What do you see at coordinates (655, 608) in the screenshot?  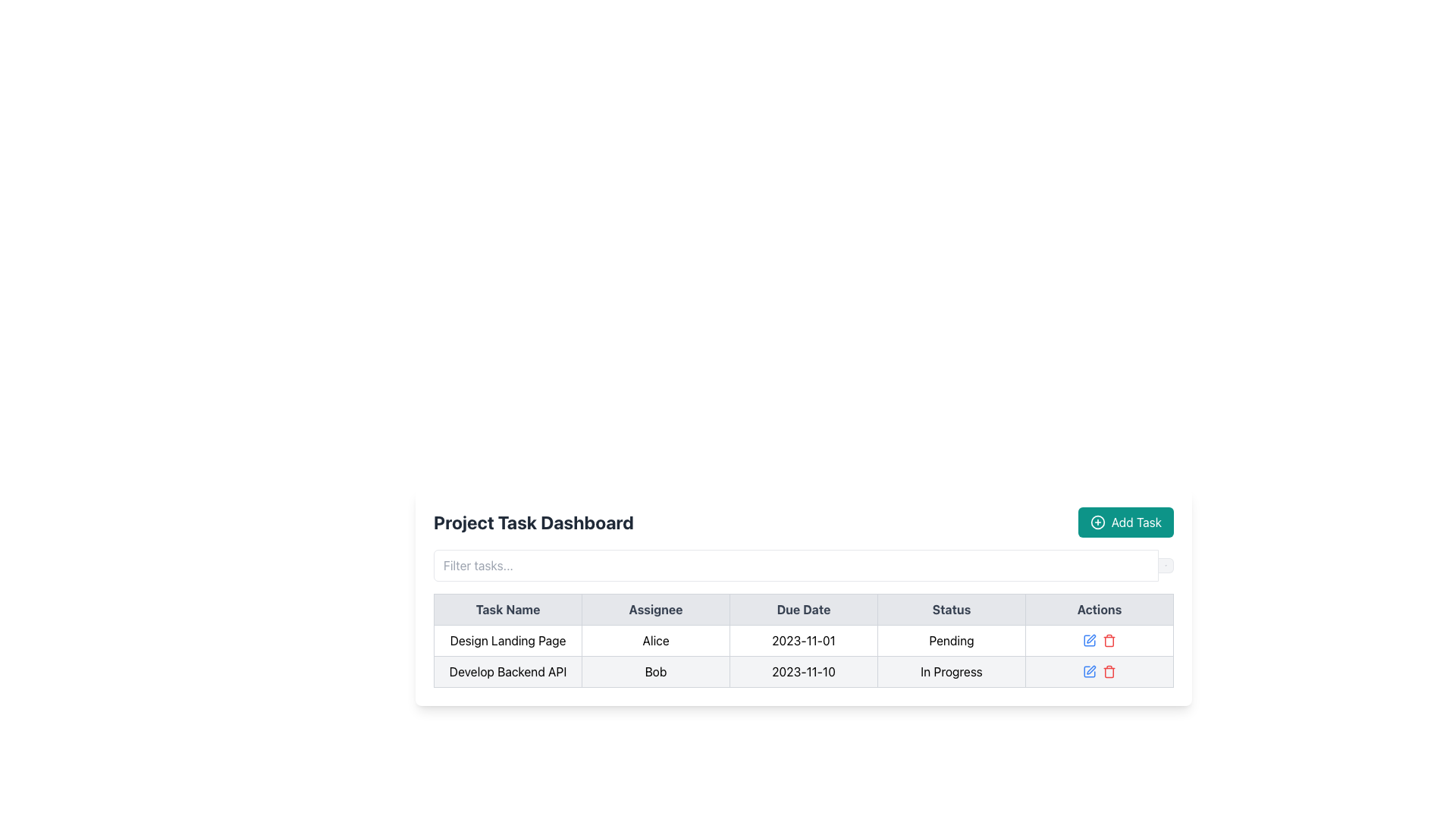 I see `the table header labeled 'Assignee', which is styled with a light gray background and center-aligned black bold text, located between 'Task Name' and 'Due Date'` at bounding box center [655, 608].